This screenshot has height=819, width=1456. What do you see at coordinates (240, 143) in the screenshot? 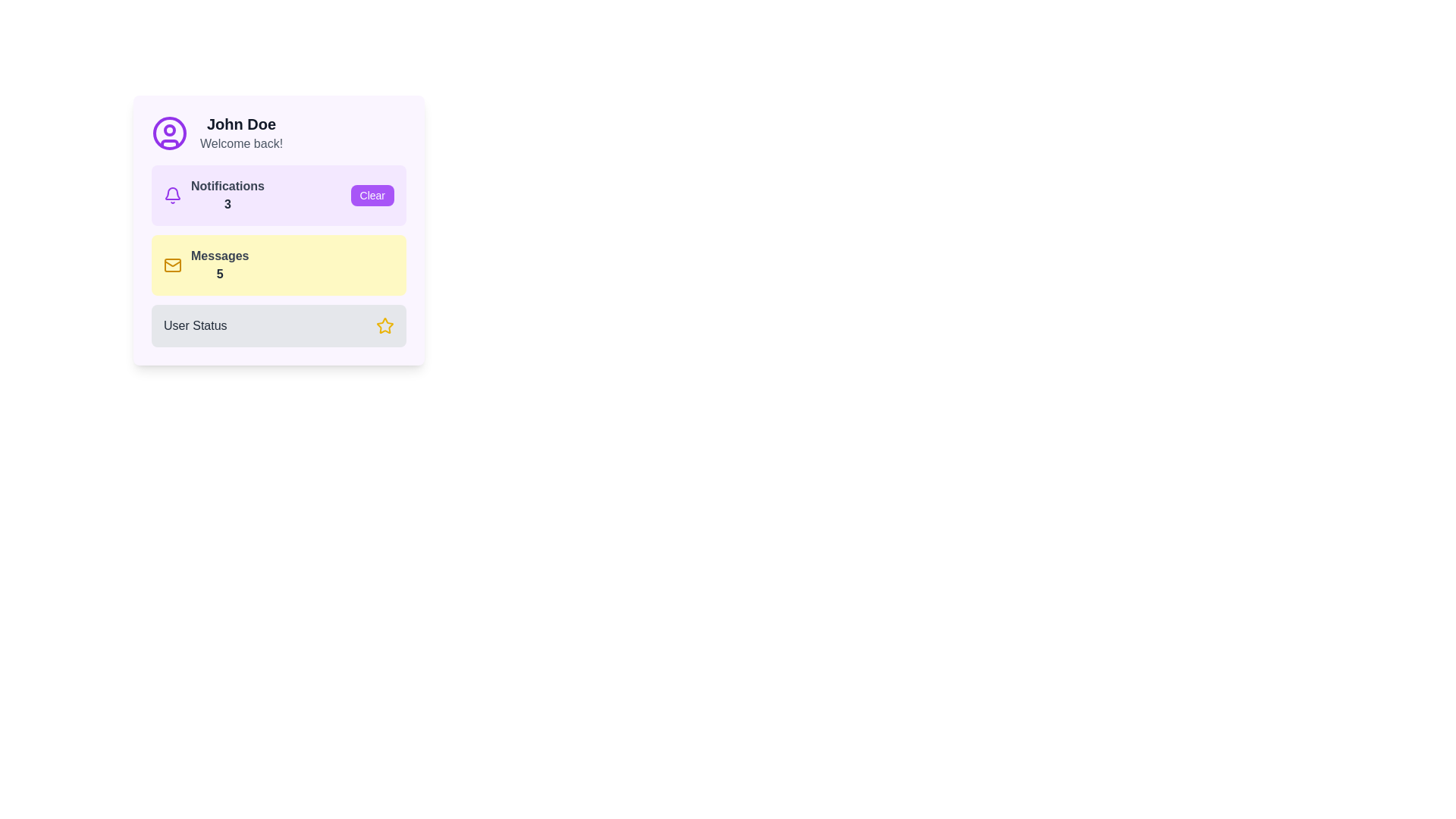
I see `the descriptive greeting label located below 'John Doe' in the user profile card` at bounding box center [240, 143].